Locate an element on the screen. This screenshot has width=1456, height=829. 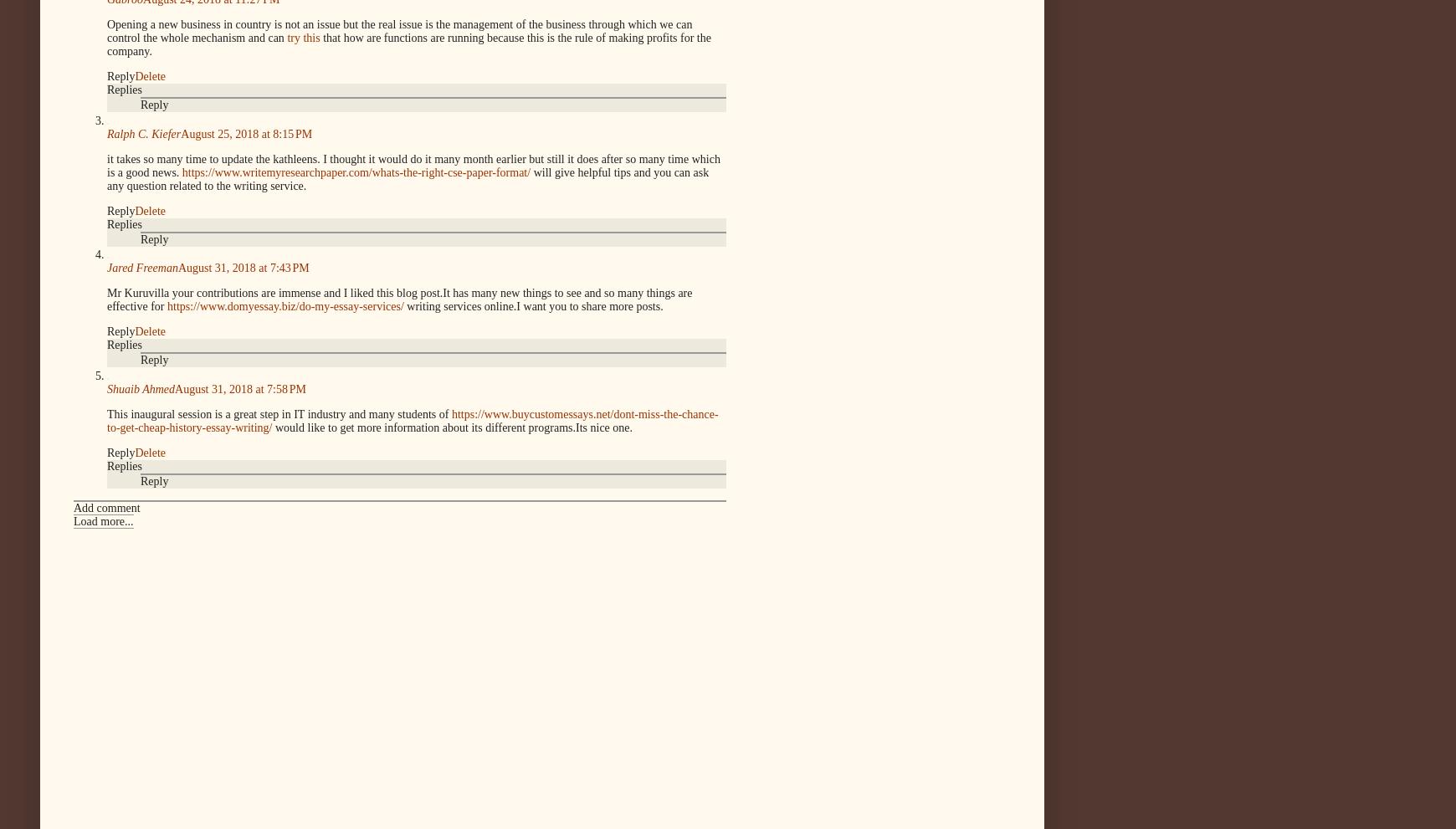
'https://www.domyessay.biz/do-my-essay-services/' is located at coordinates (166, 305).